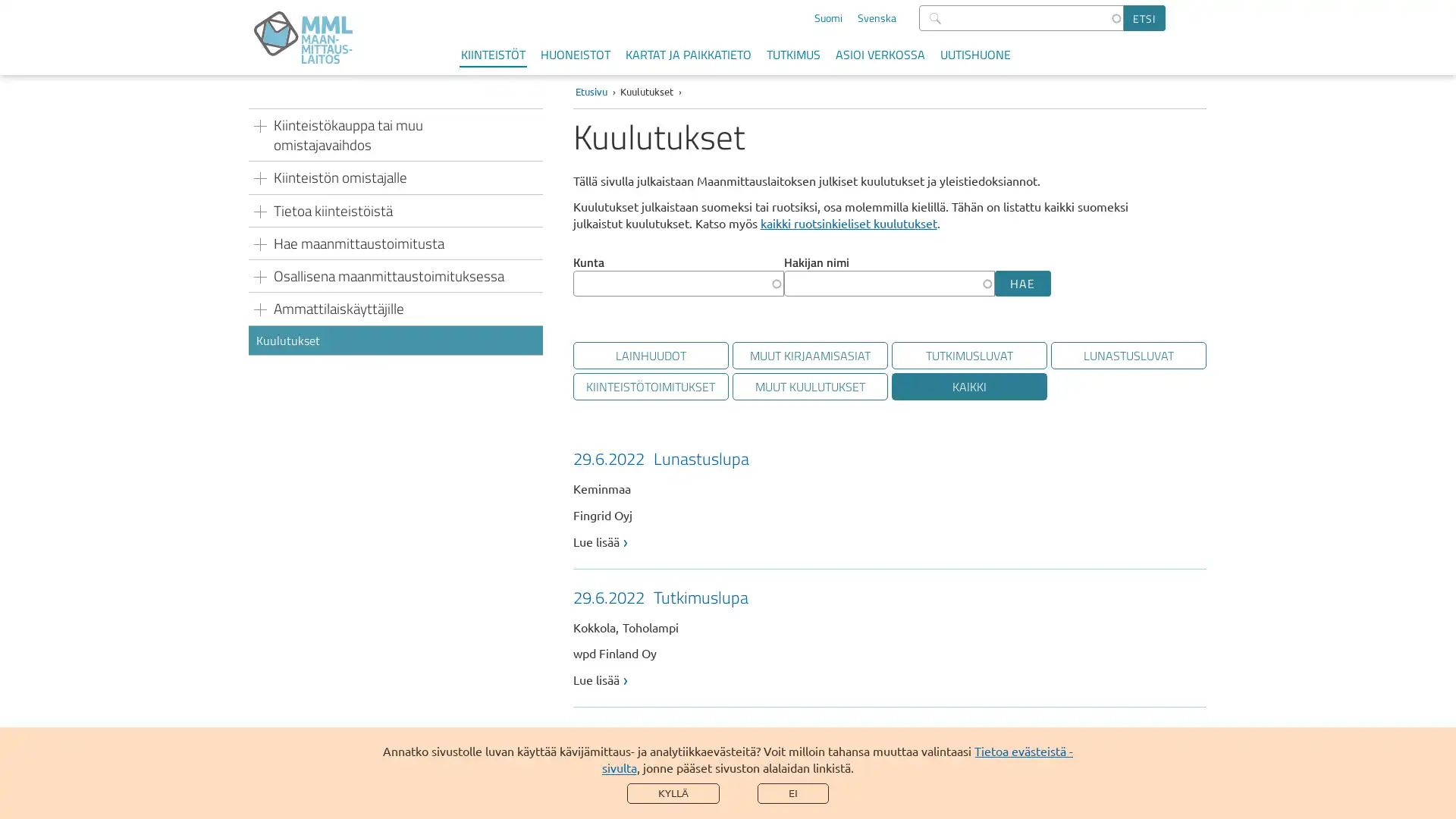  What do you see at coordinates (1022, 284) in the screenshot?
I see `Hae` at bounding box center [1022, 284].